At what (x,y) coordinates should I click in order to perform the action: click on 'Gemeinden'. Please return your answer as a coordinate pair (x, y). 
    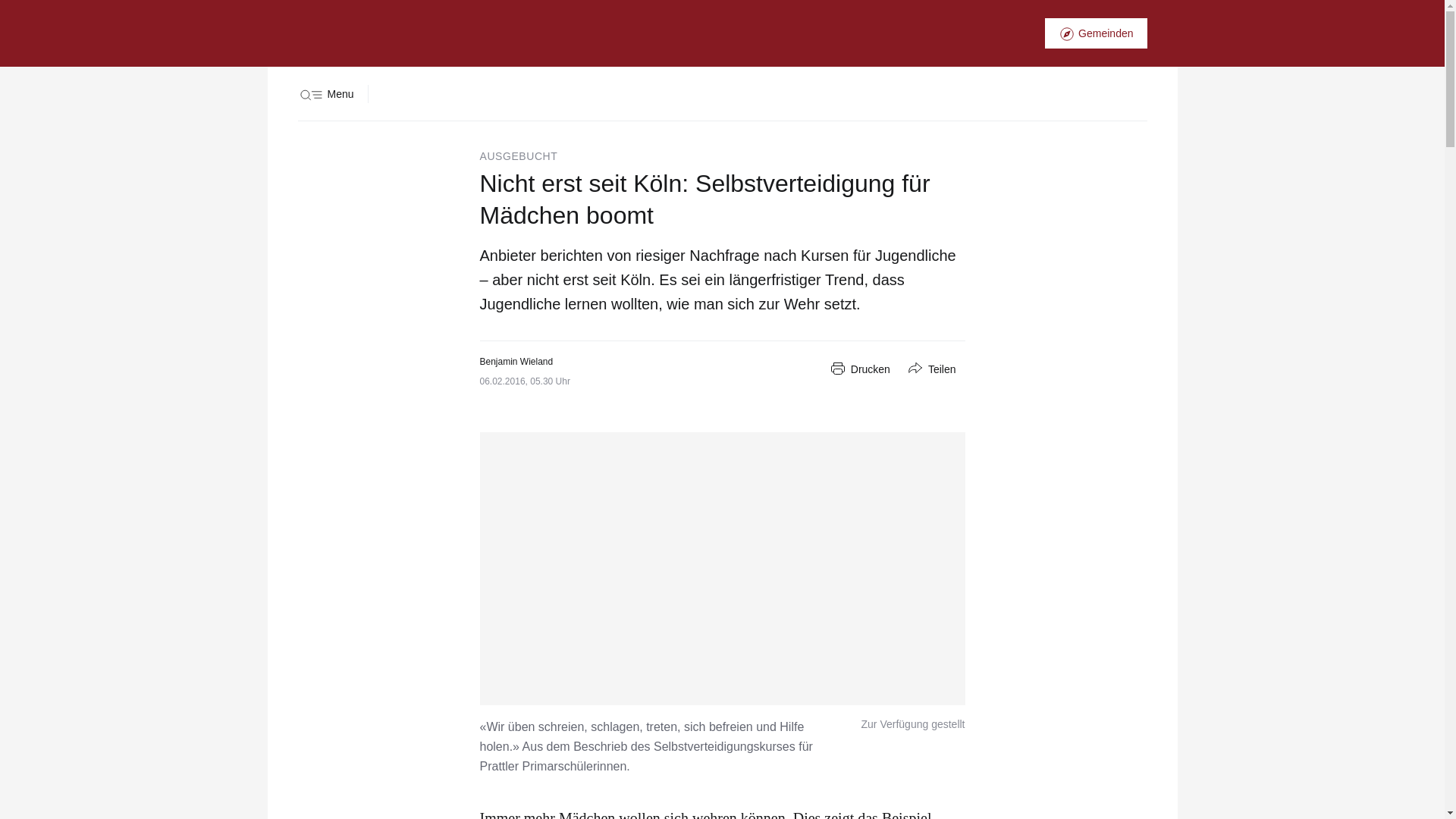
    Looking at the image, I should click on (1095, 33).